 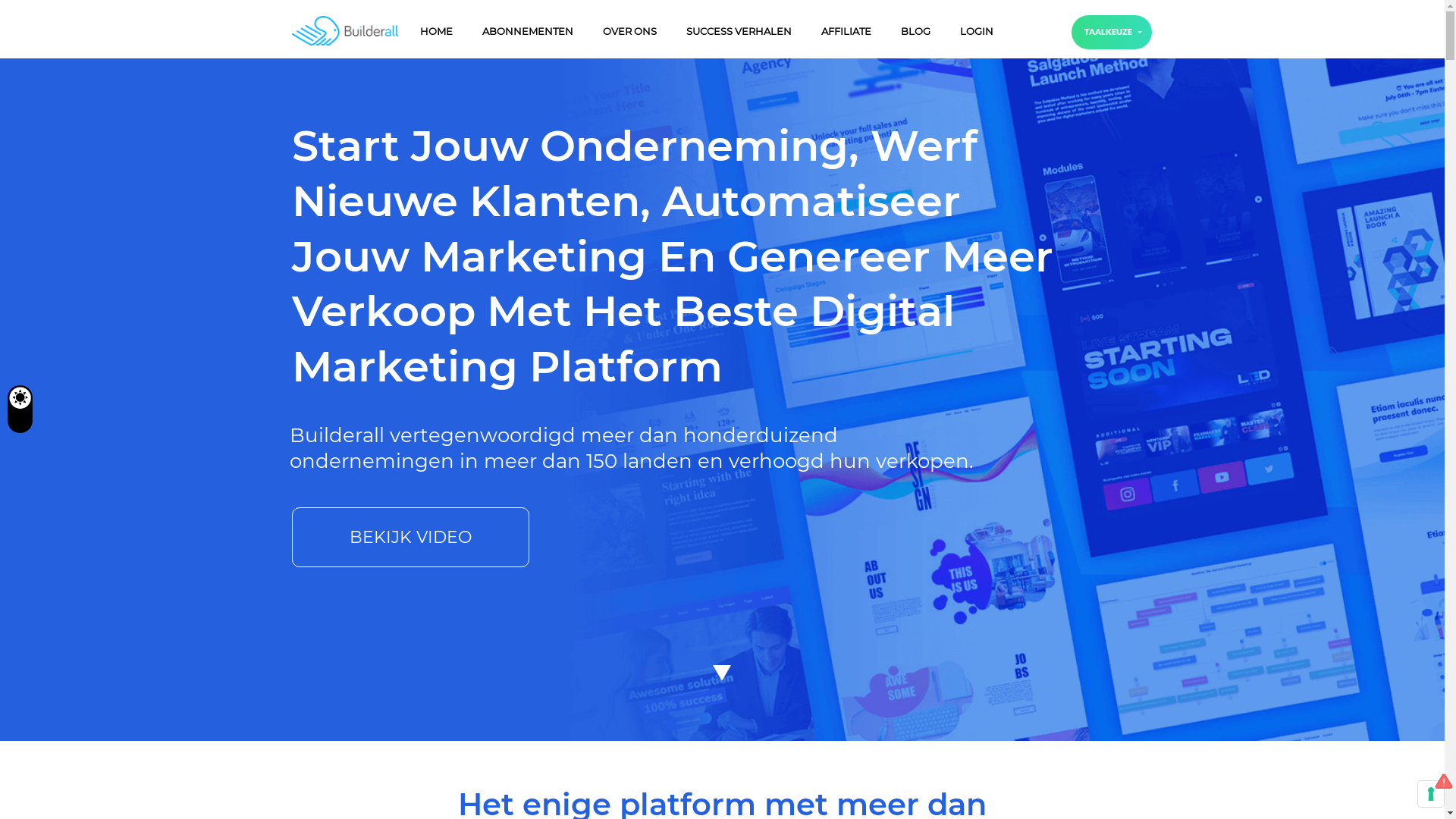 What do you see at coordinates (528, 31) in the screenshot?
I see `'ABONNEMENTEN'` at bounding box center [528, 31].